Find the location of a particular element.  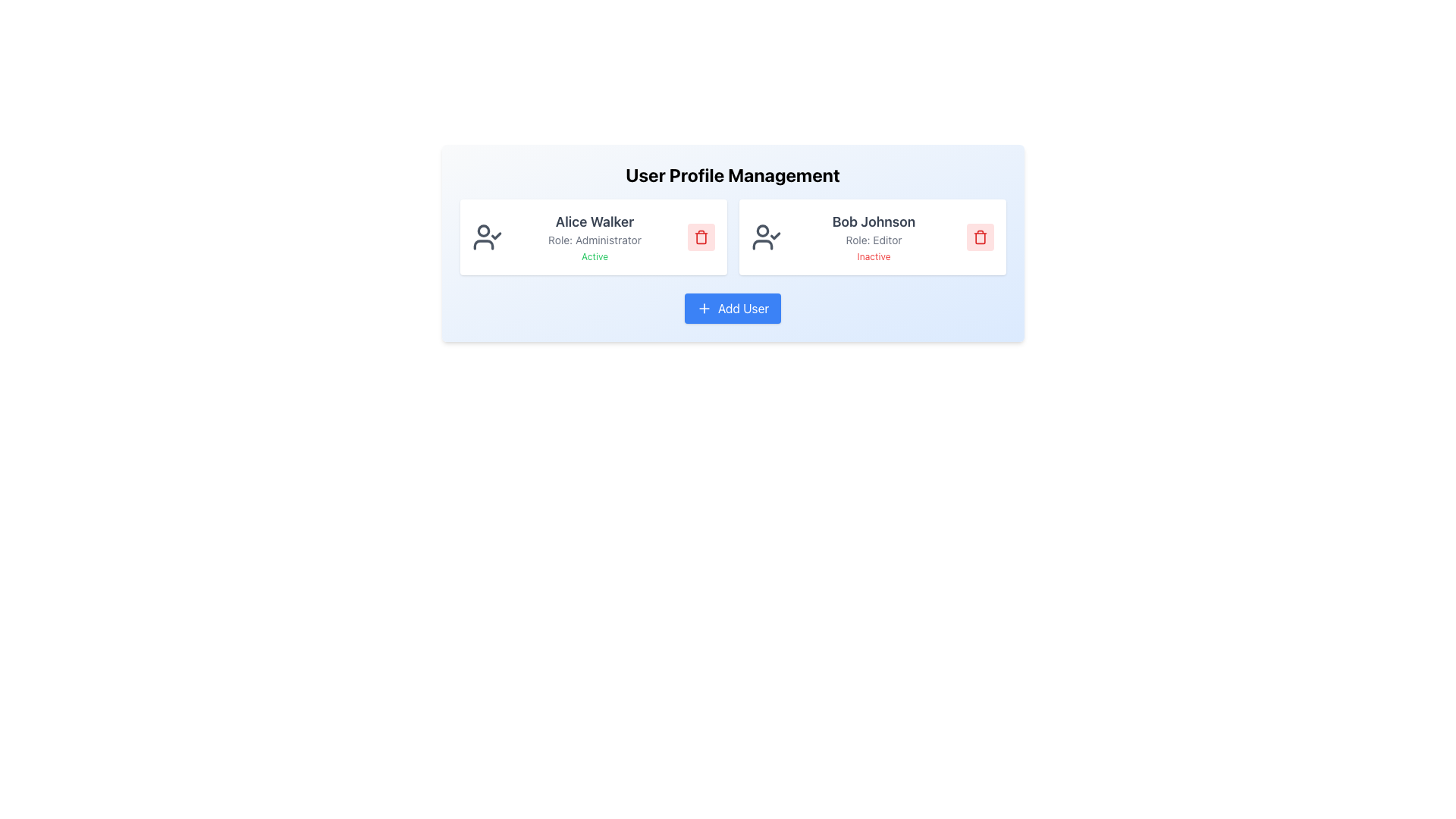

the Text label indicating the role of the user ('Editor') which is positioned between 'Bob Johnson' and 'Inactive' in the user profile card layout is located at coordinates (874, 239).